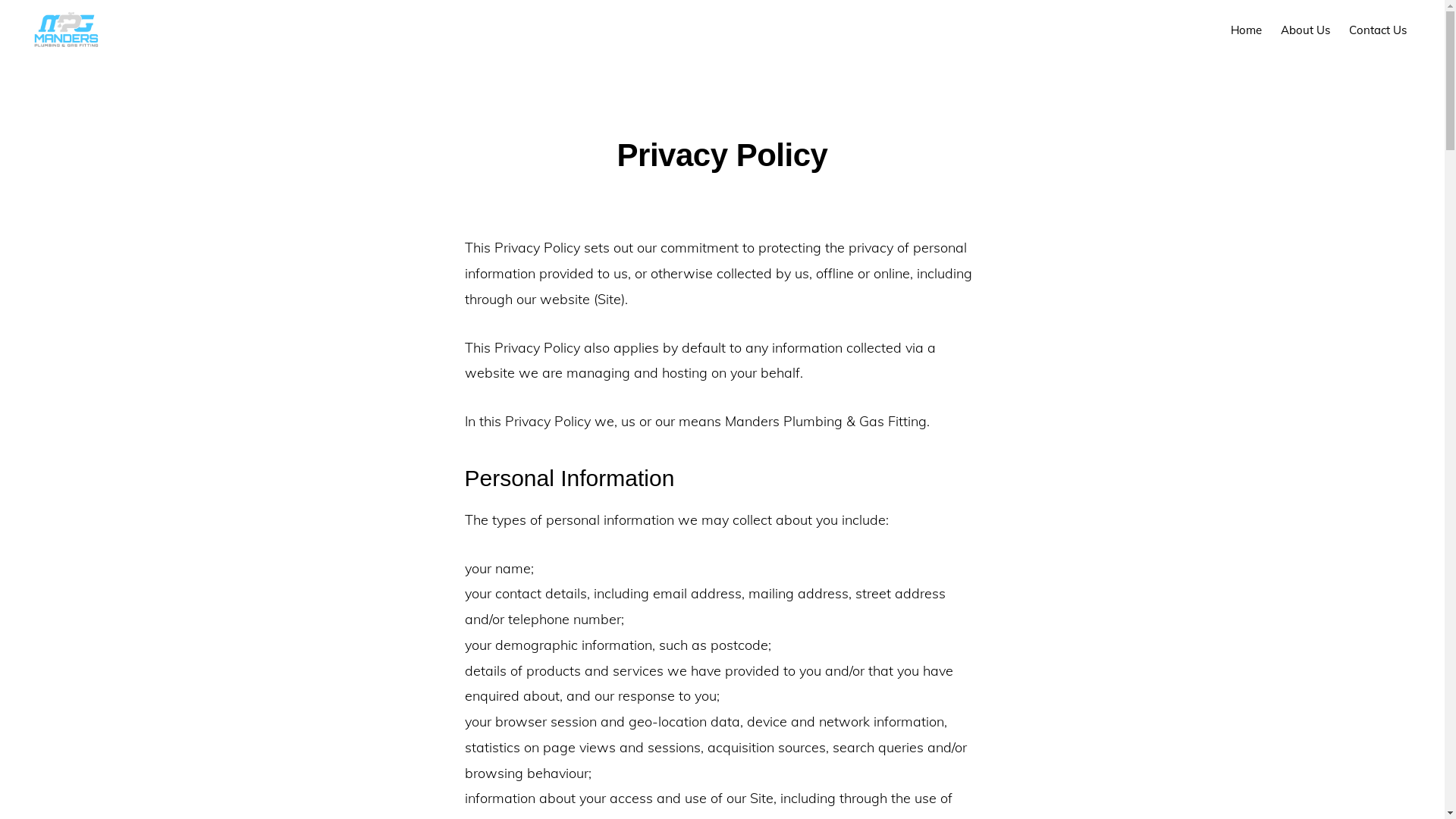 This screenshot has height=819, width=1456. What do you see at coordinates (1246, 30) in the screenshot?
I see `'Home'` at bounding box center [1246, 30].